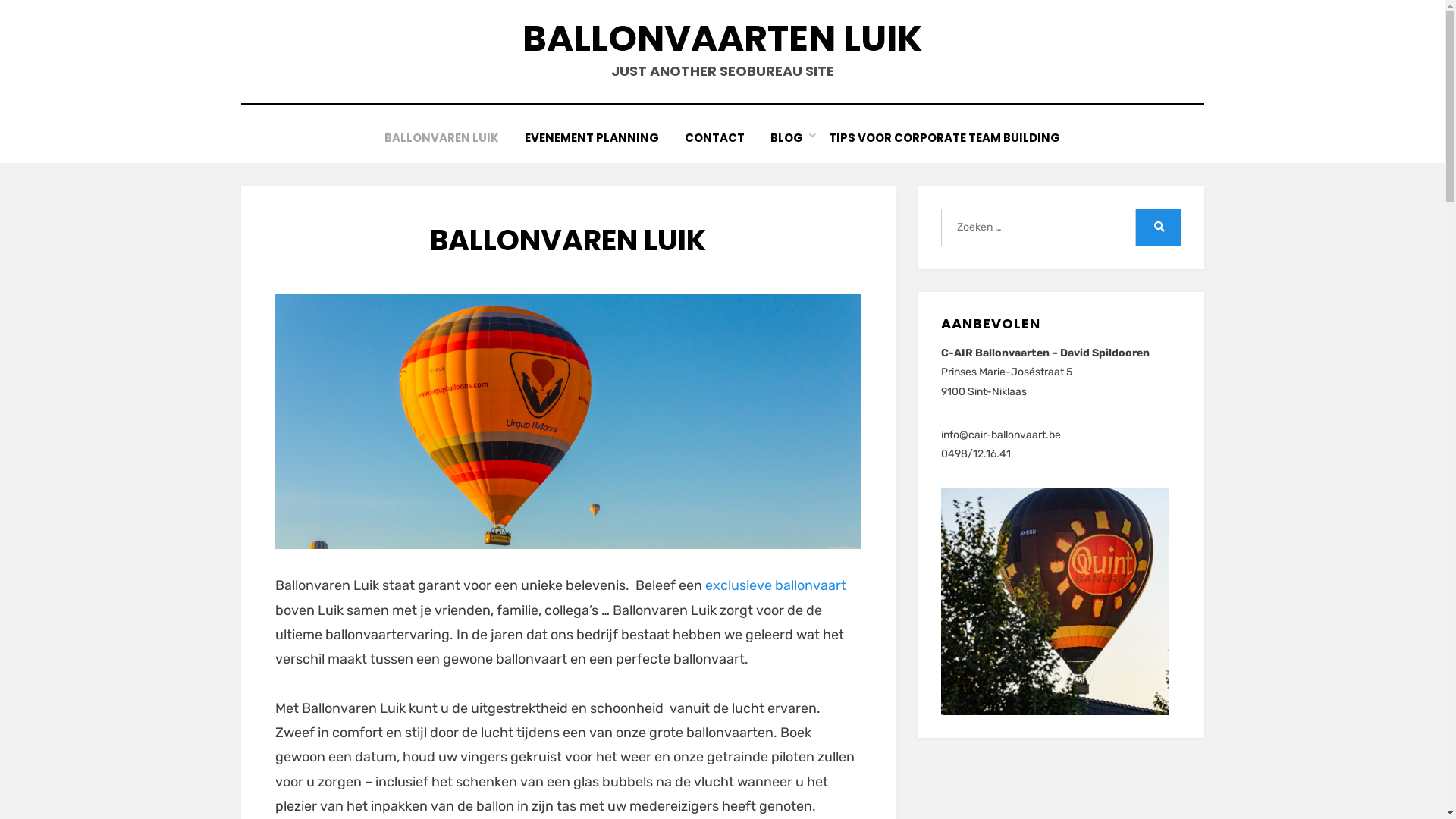  Describe the element at coordinates (786, 137) in the screenshot. I see `'BLOG'` at that location.